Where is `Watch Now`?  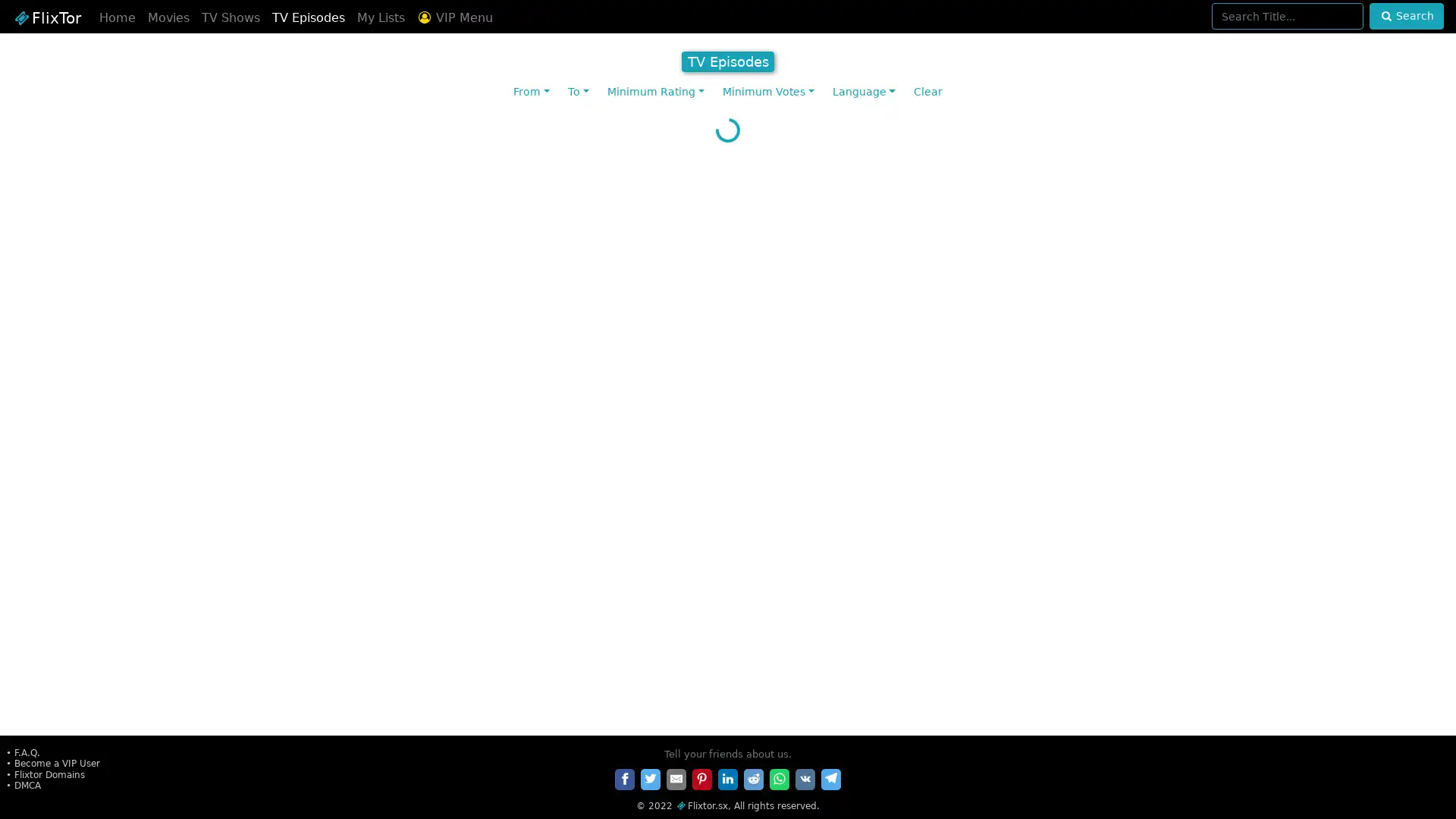 Watch Now is located at coordinates (813, 332).